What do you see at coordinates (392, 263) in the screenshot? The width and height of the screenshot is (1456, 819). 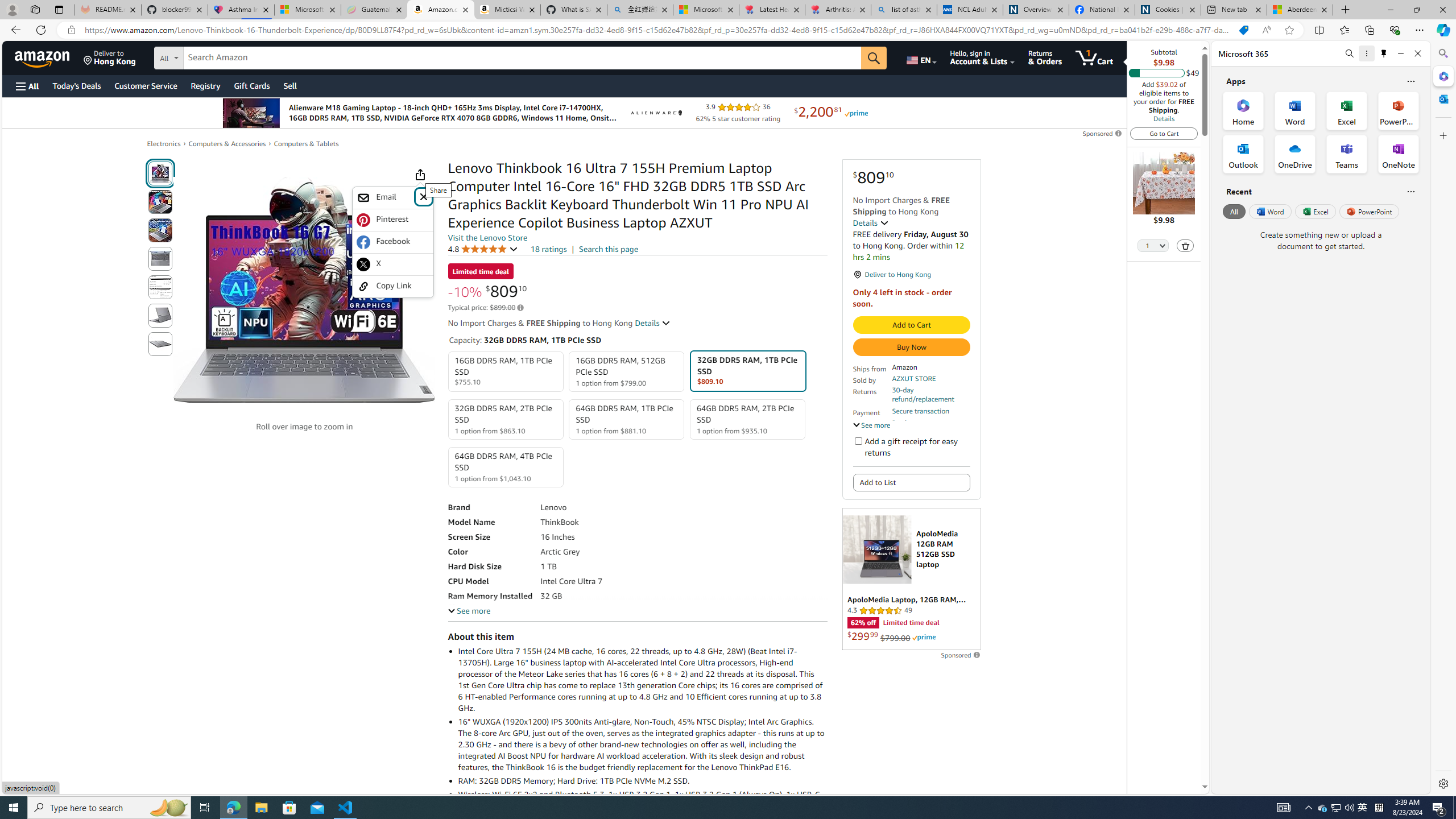 I see `'X'` at bounding box center [392, 263].